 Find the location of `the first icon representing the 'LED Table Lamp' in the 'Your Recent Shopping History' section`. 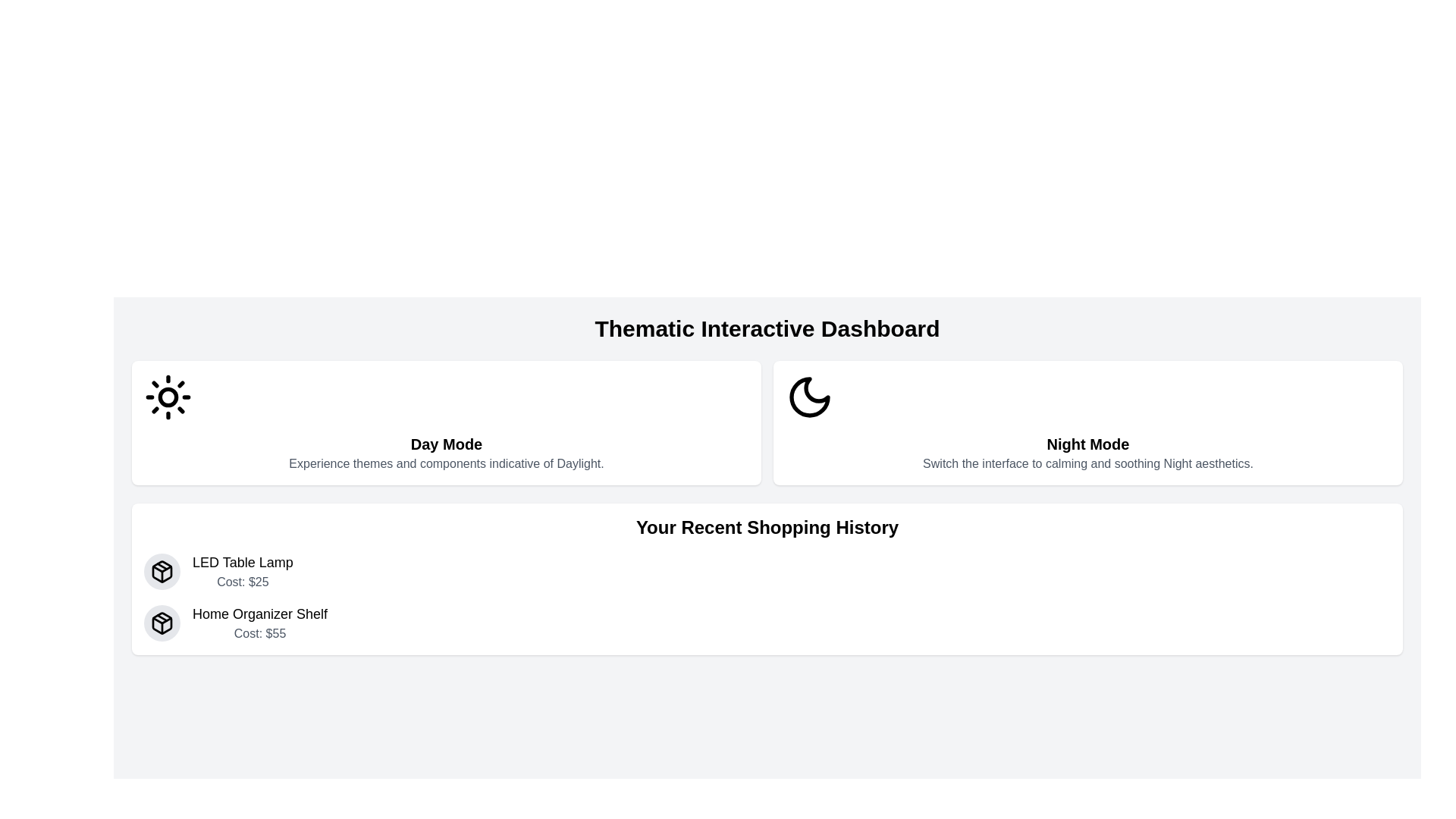

the first icon representing the 'LED Table Lamp' in the 'Your Recent Shopping History' section is located at coordinates (162, 570).